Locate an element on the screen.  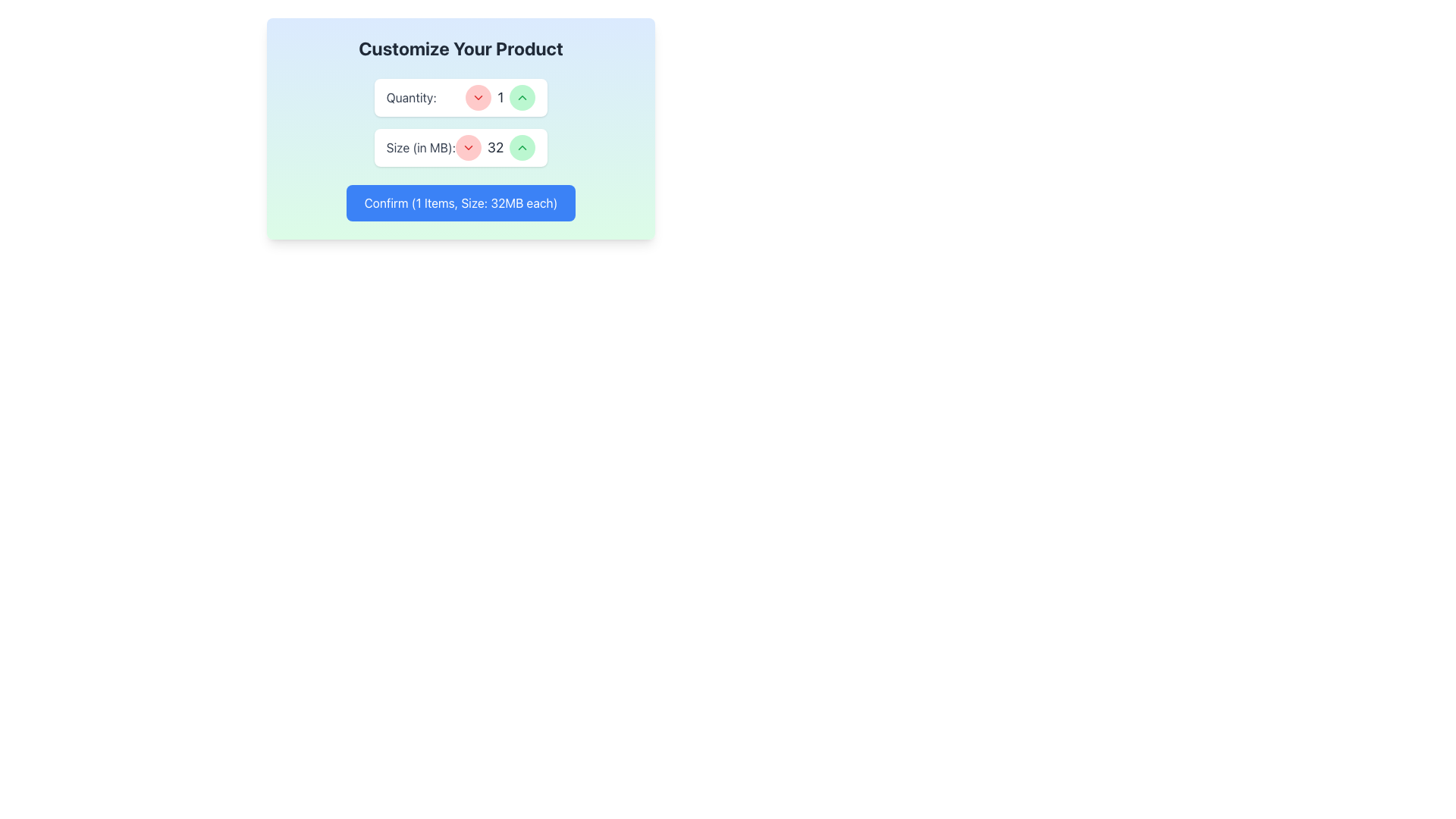
the left button to decrease the value associated with the size specification located near the section labeled 'Size (in MB):' is located at coordinates (468, 148).